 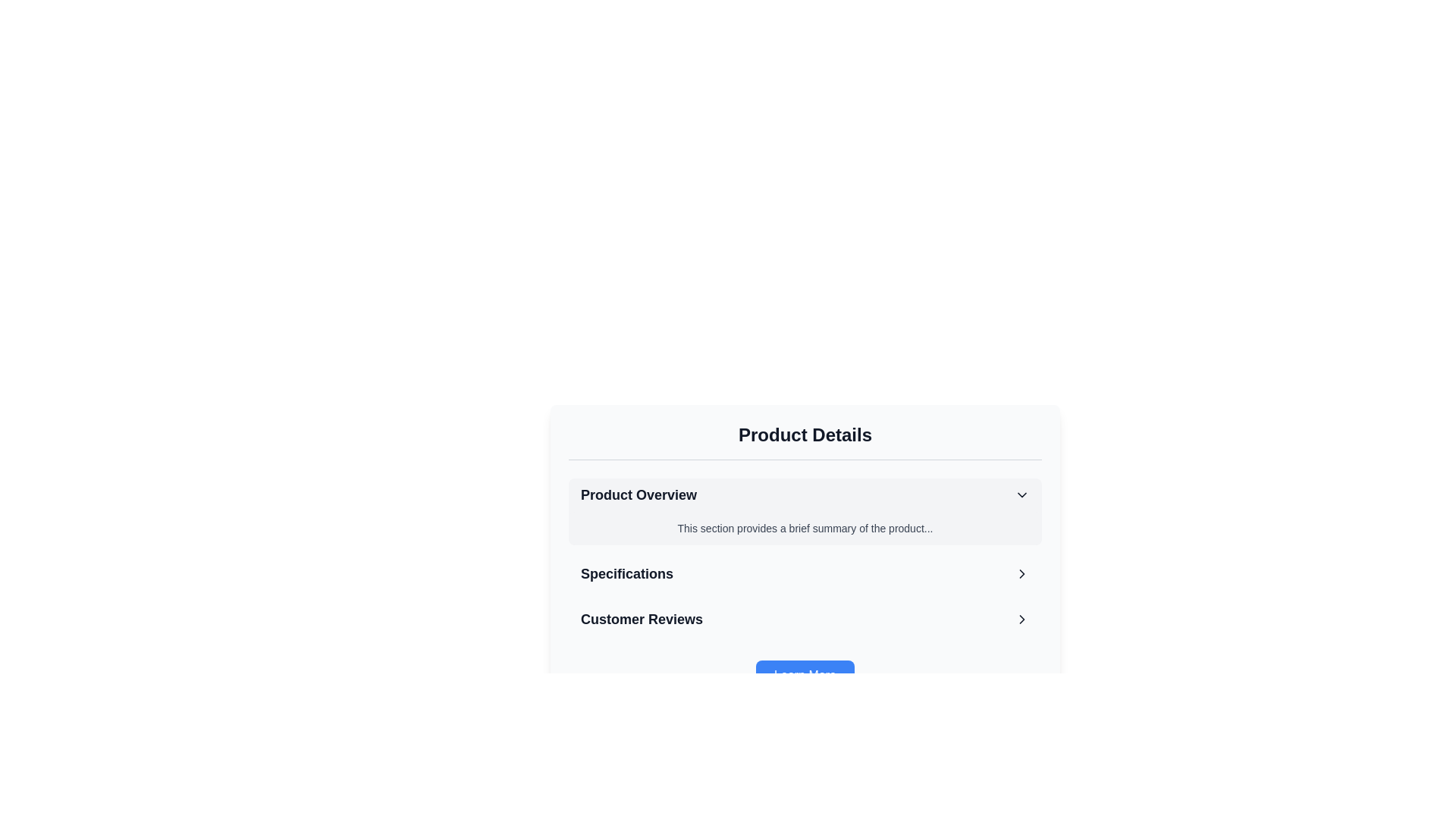 What do you see at coordinates (1022, 620) in the screenshot?
I see `the right-pointing chevron icon adjacent to 'Customer Reviews'` at bounding box center [1022, 620].